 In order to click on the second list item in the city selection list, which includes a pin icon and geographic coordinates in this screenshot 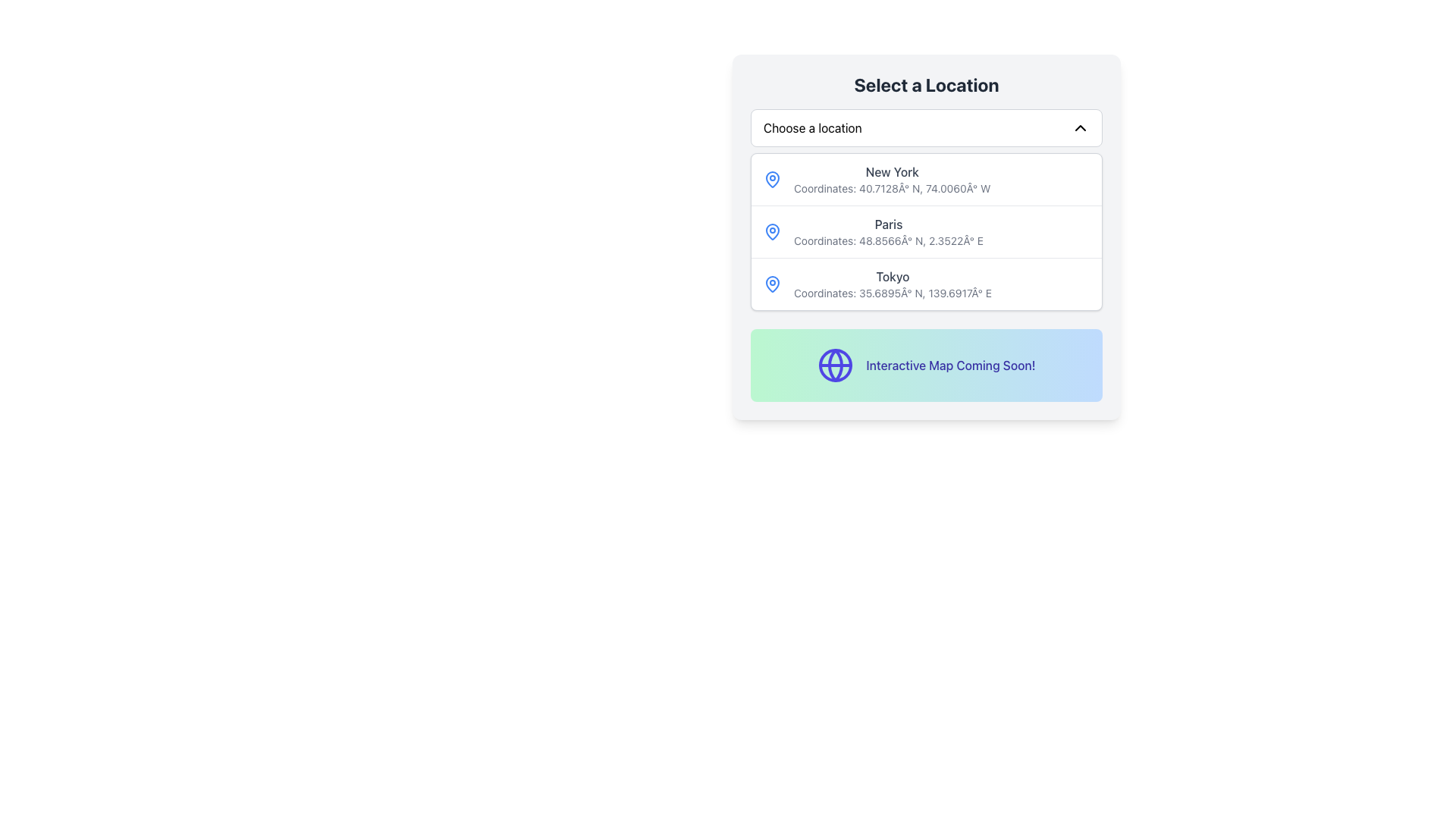, I will do `click(926, 231)`.